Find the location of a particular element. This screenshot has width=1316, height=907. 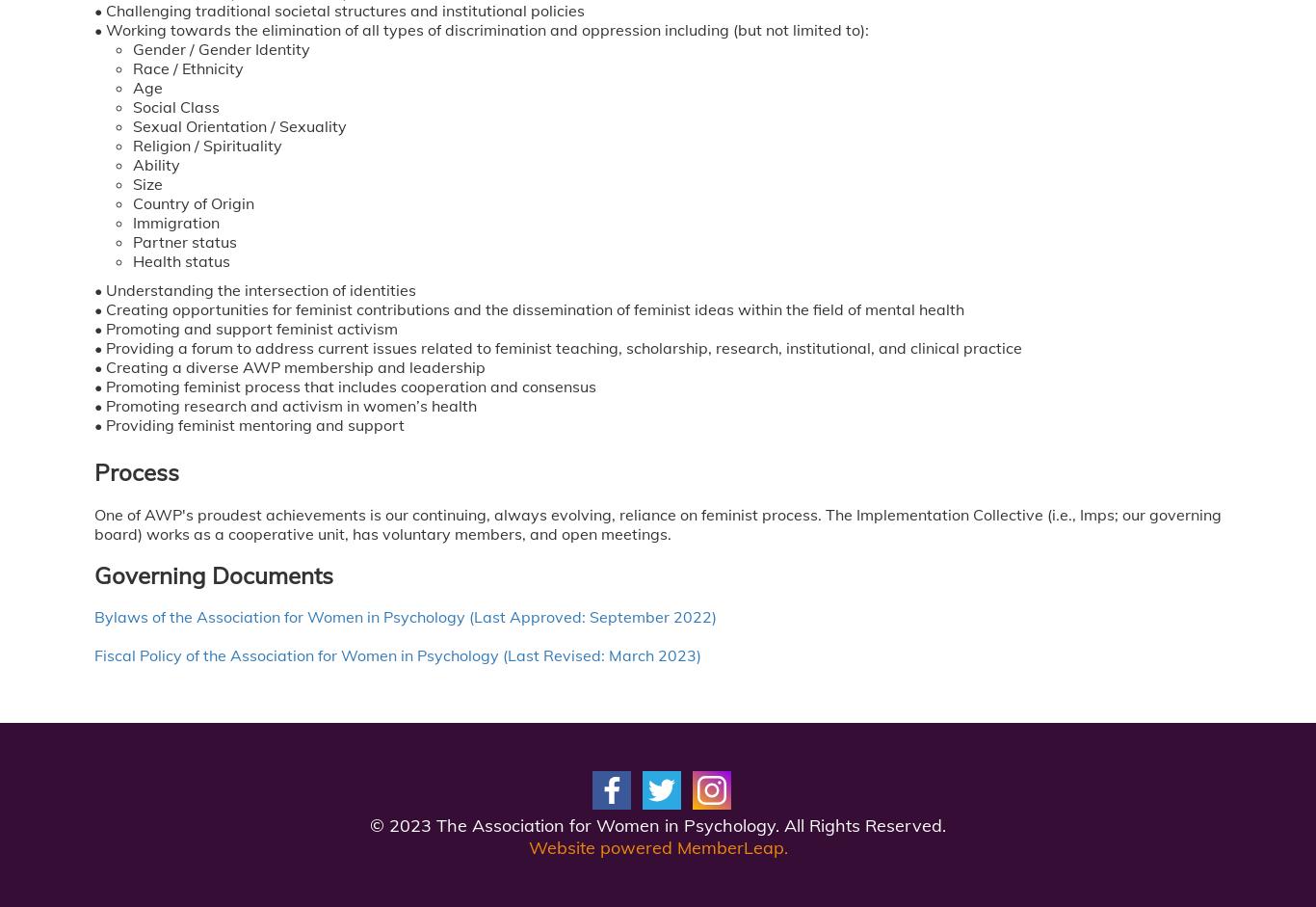

'Partner status' is located at coordinates (131, 240).